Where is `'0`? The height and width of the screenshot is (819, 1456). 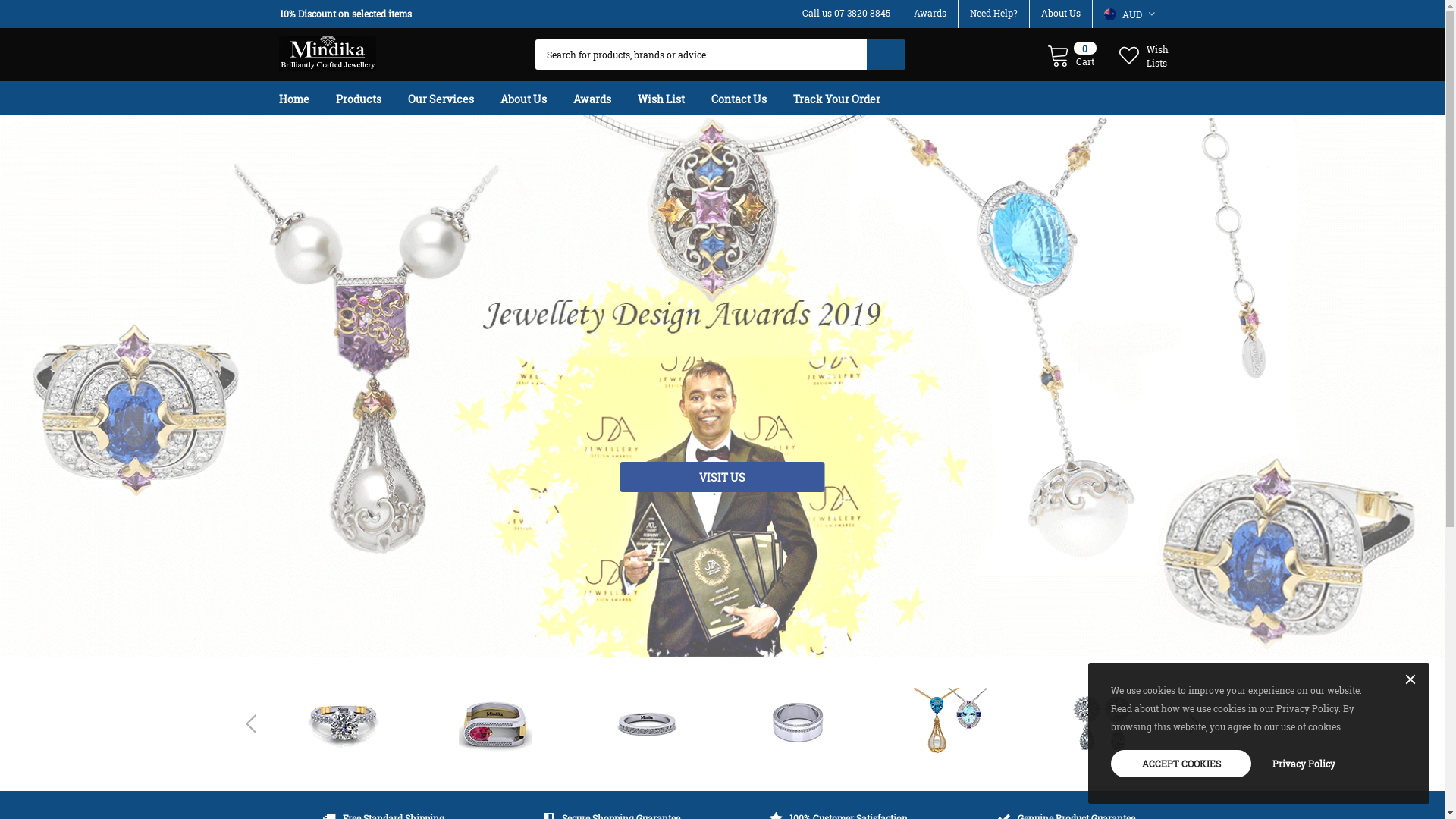 '0 is located at coordinates (1070, 54).